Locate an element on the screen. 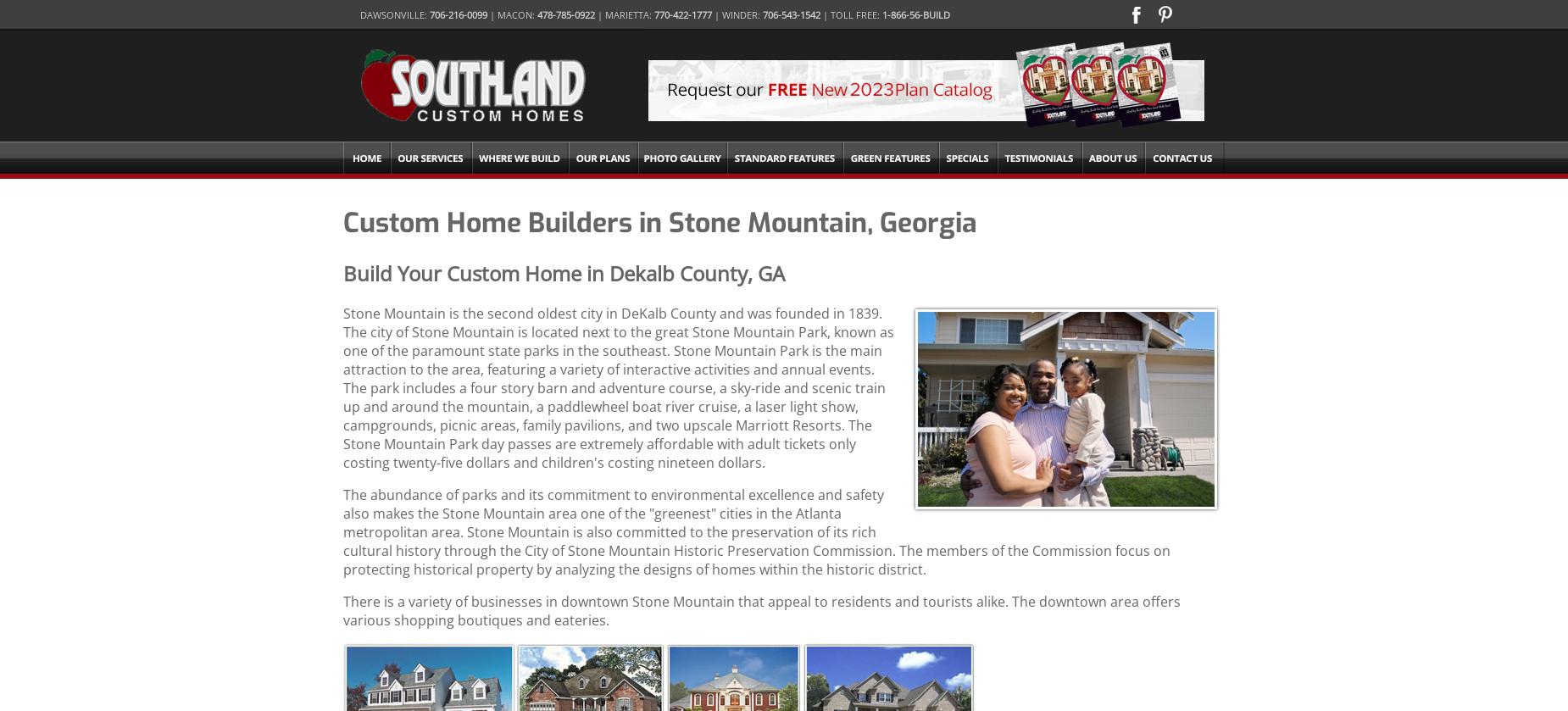  '|  Macon:' is located at coordinates (512, 14).